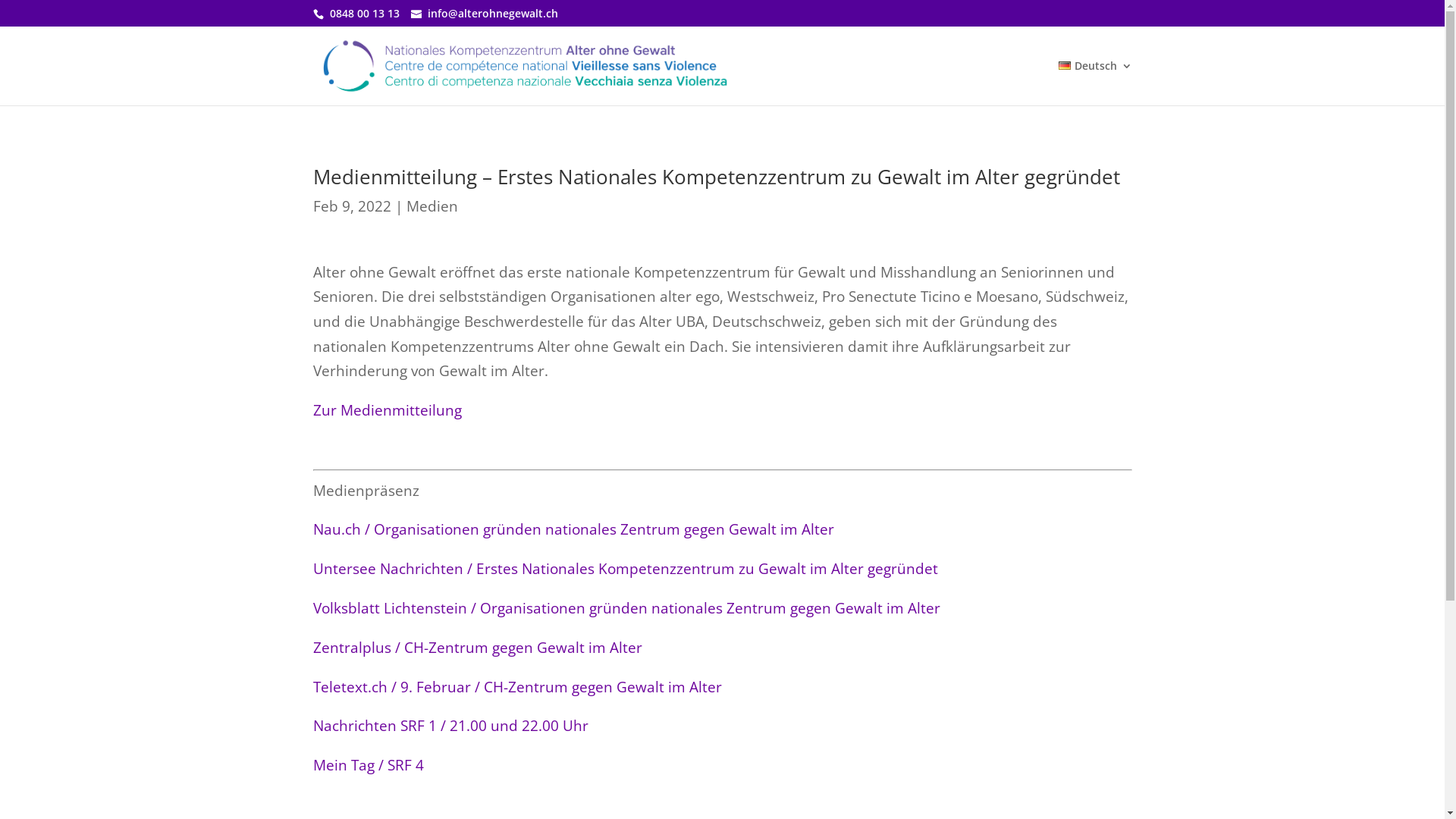  What do you see at coordinates (431, 206) in the screenshot?
I see `'Medien'` at bounding box center [431, 206].